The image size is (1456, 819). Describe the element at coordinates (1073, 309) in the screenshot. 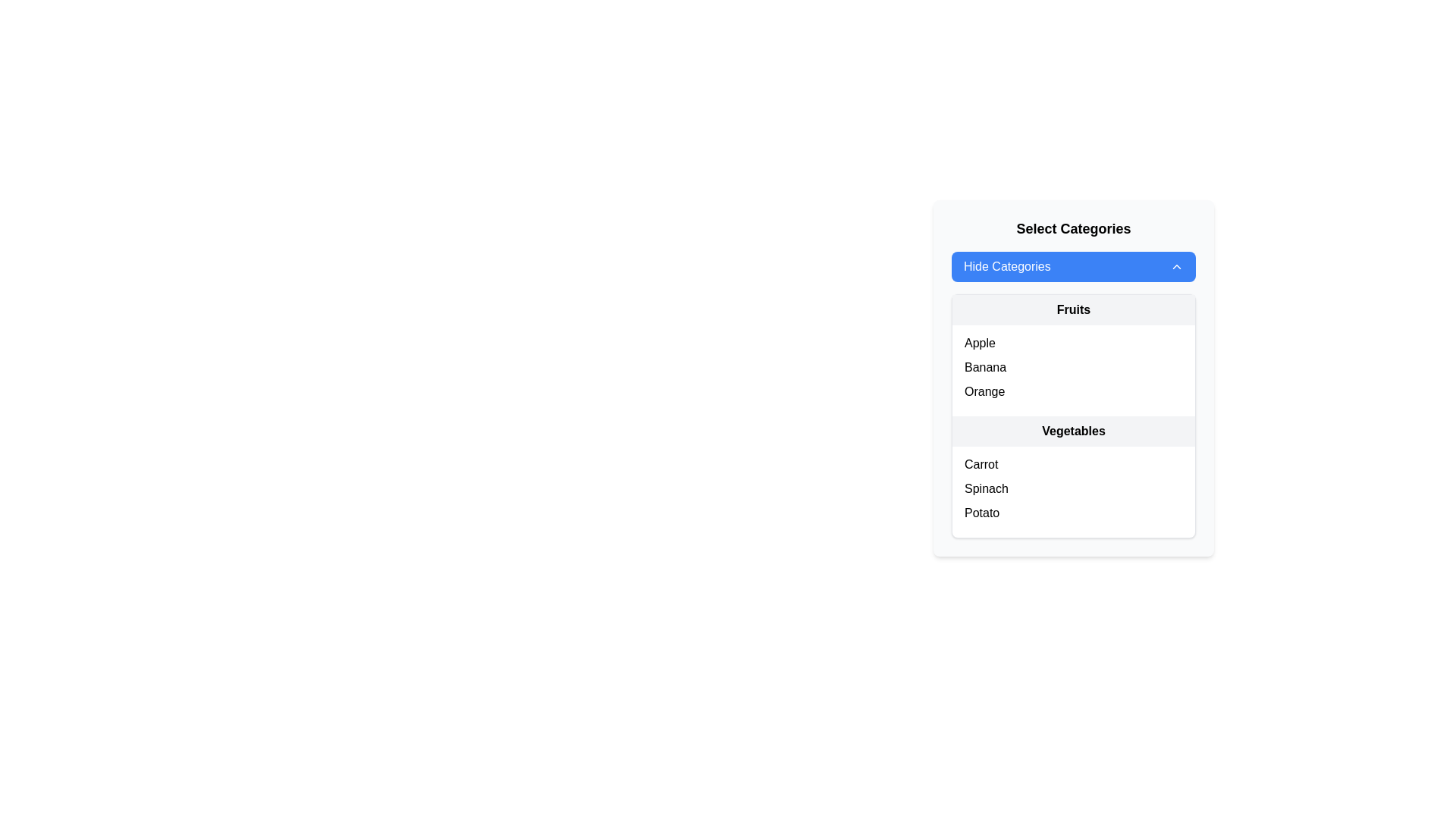

I see `the category label that divides the list under 'Select Categories', positioned above the items 'Apple', 'Banana', and 'Orange'` at that location.